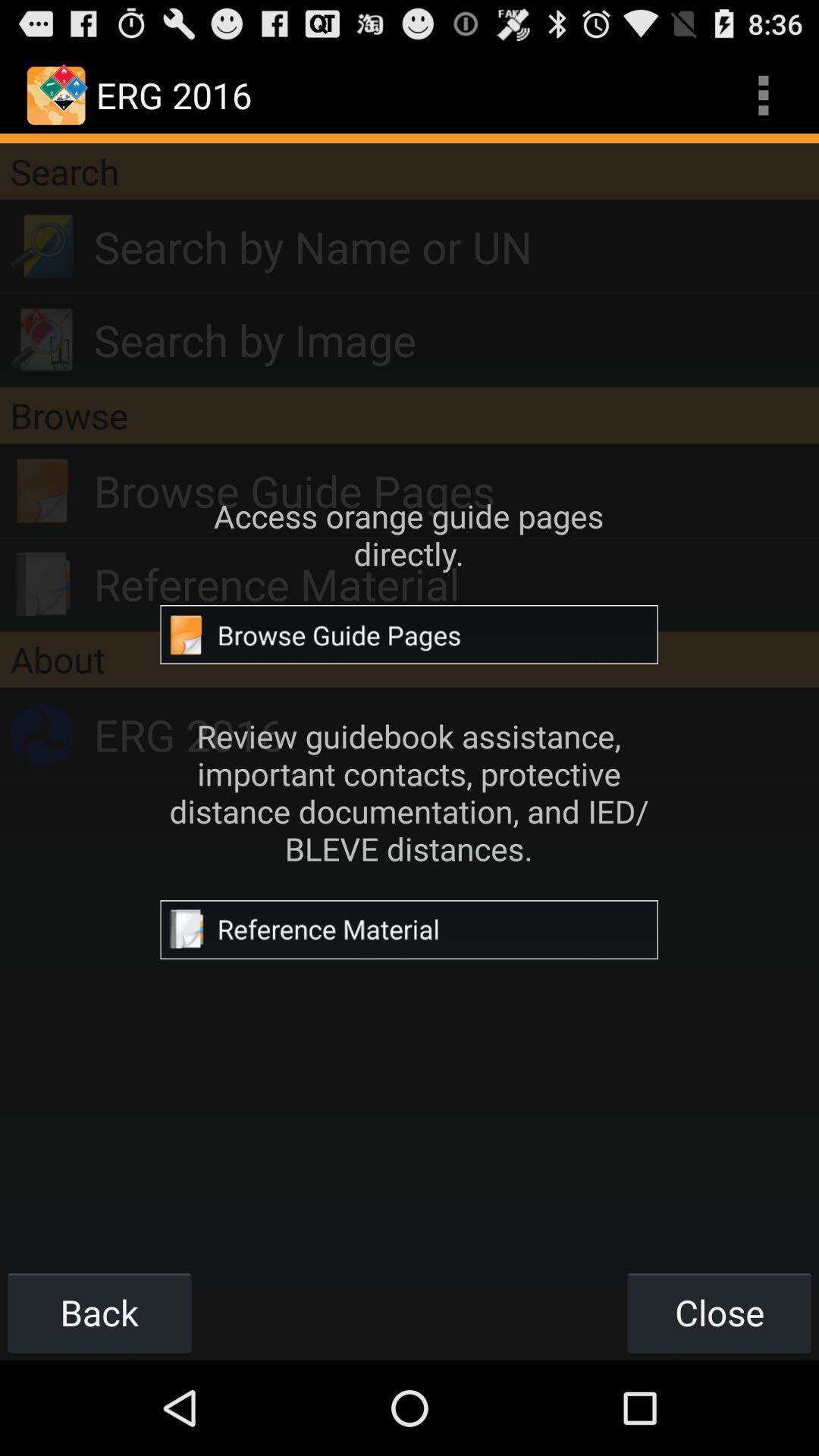  What do you see at coordinates (763, 94) in the screenshot?
I see `the app next to the erg 2016` at bounding box center [763, 94].